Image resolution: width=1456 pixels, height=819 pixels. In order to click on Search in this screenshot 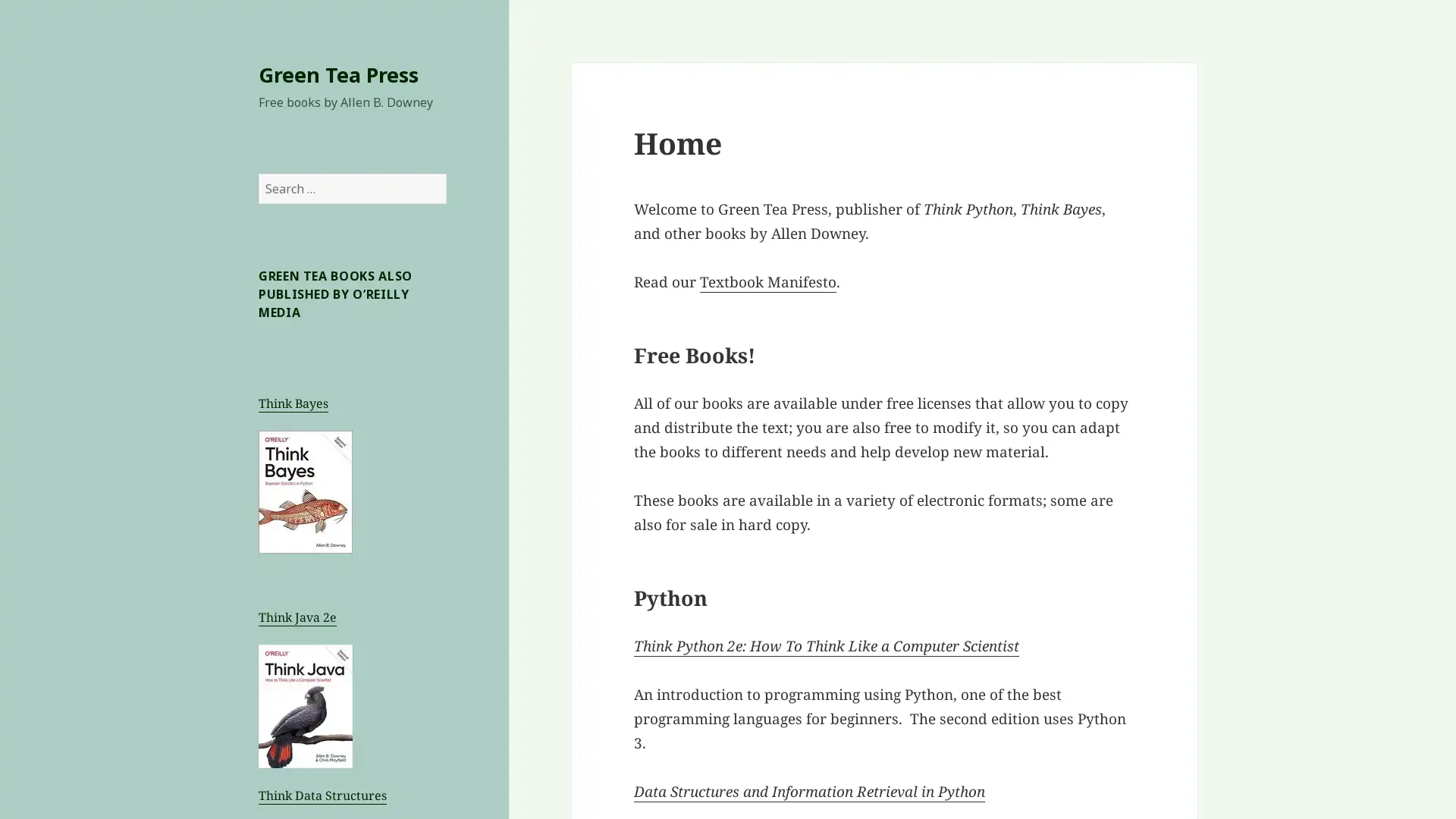, I will do `click(445, 173)`.